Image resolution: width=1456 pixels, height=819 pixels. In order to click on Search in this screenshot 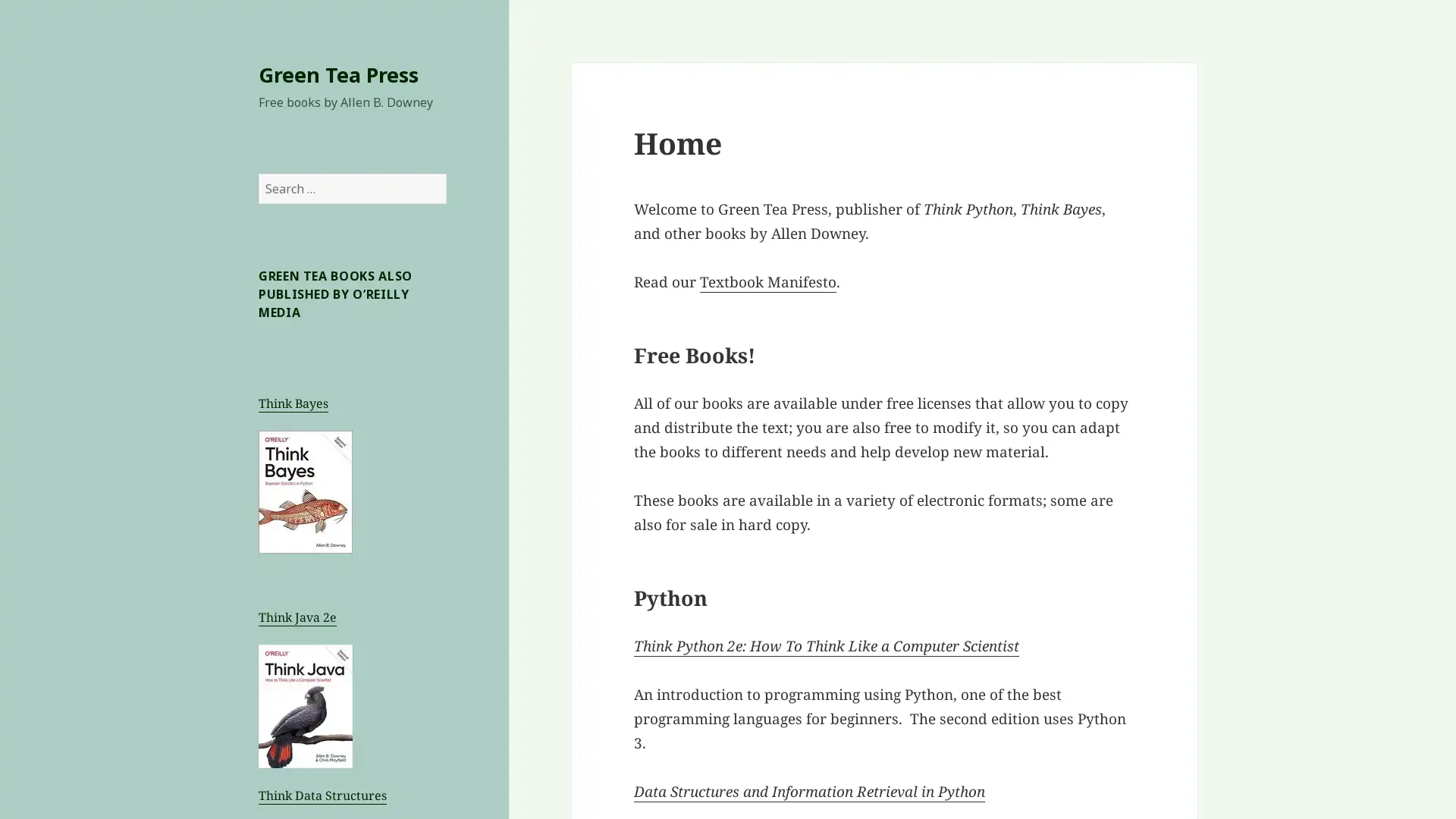, I will do `click(445, 173)`.